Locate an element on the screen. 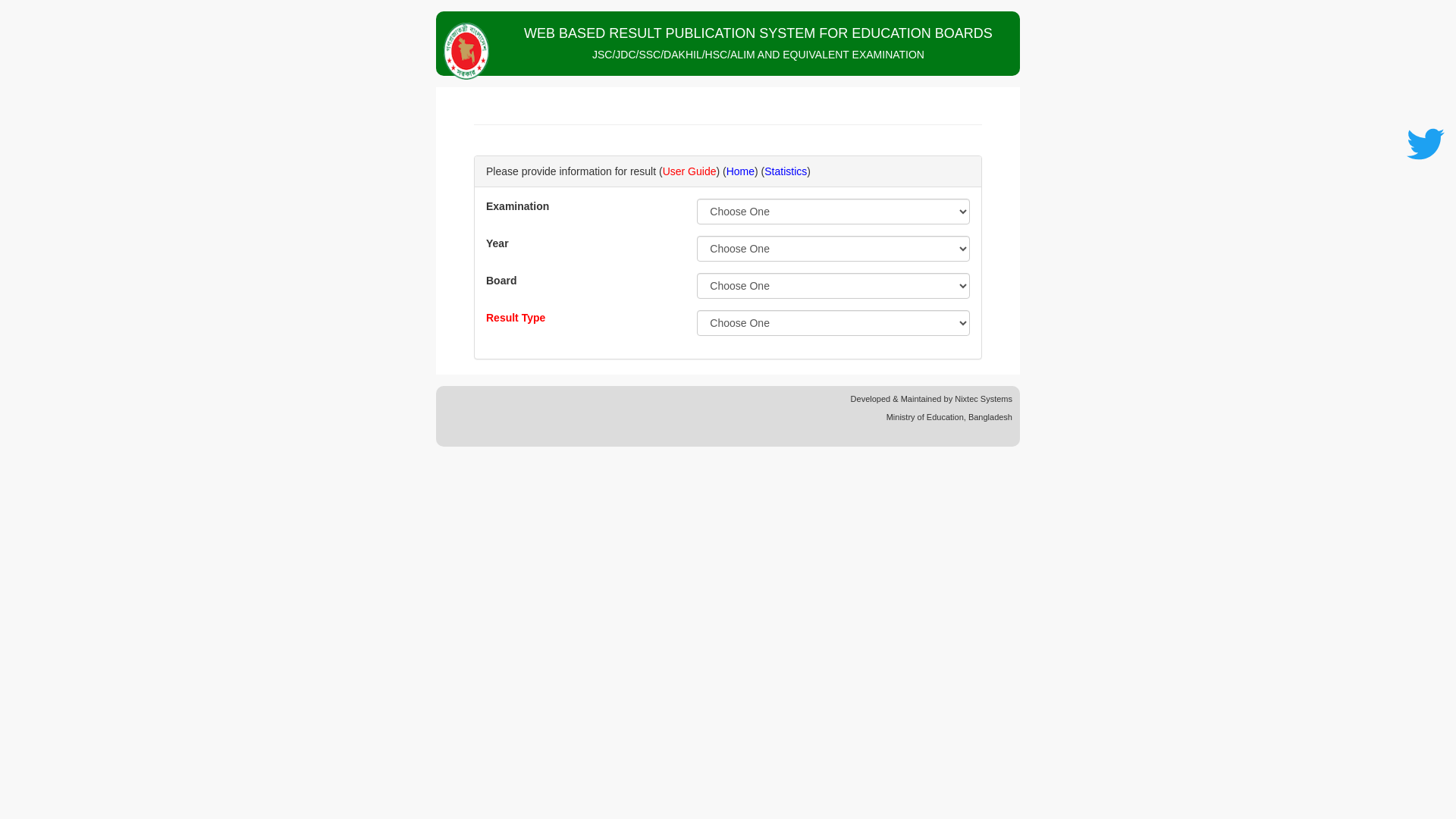 Image resolution: width=1456 pixels, height=819 pixels. 'User Guide' is located at coordinates (689, 171).